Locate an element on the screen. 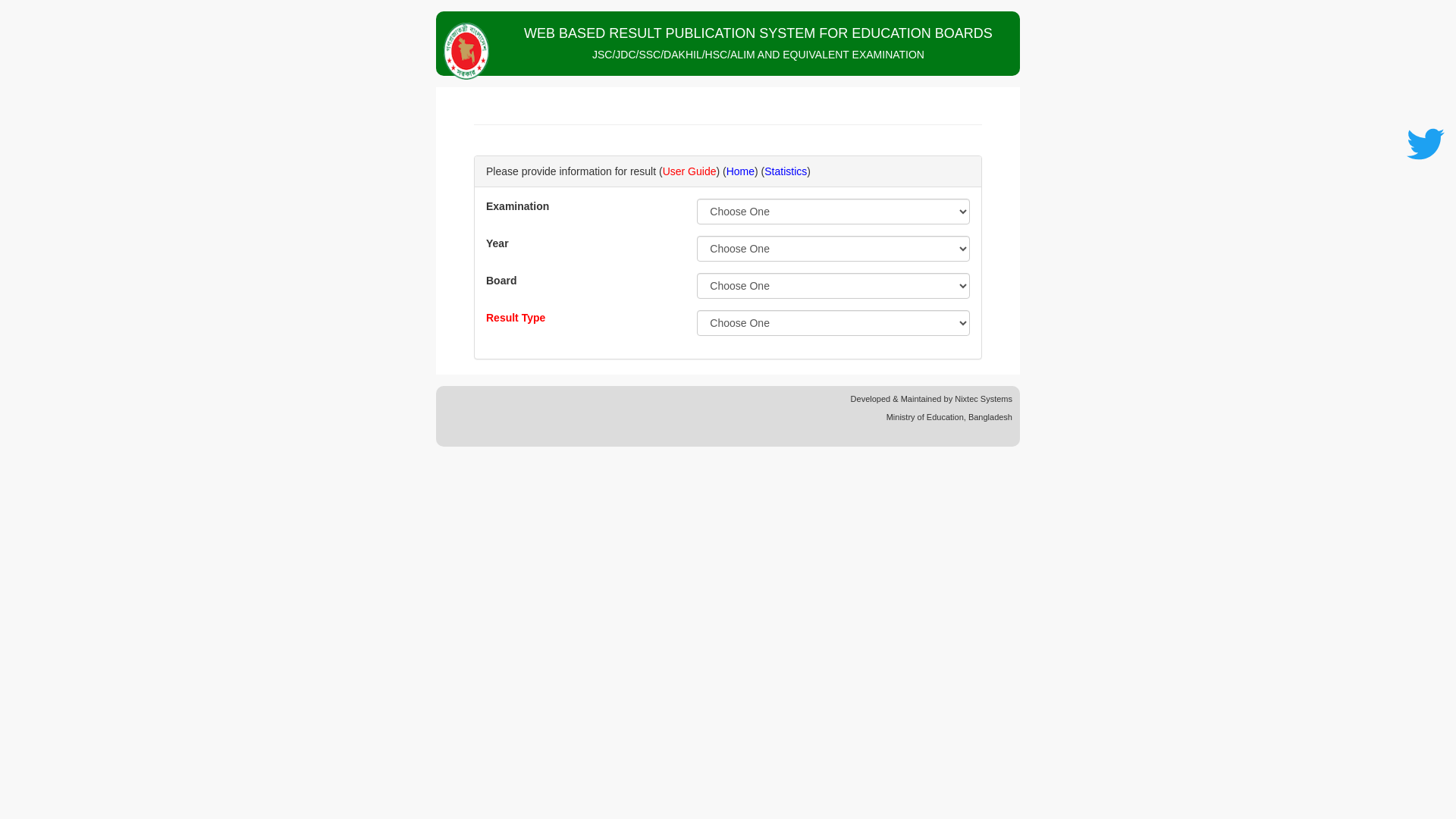 Image resolution: width=1456 pixels, height=819 pixels. 'User Guide' is located at coordinates (689, 171).